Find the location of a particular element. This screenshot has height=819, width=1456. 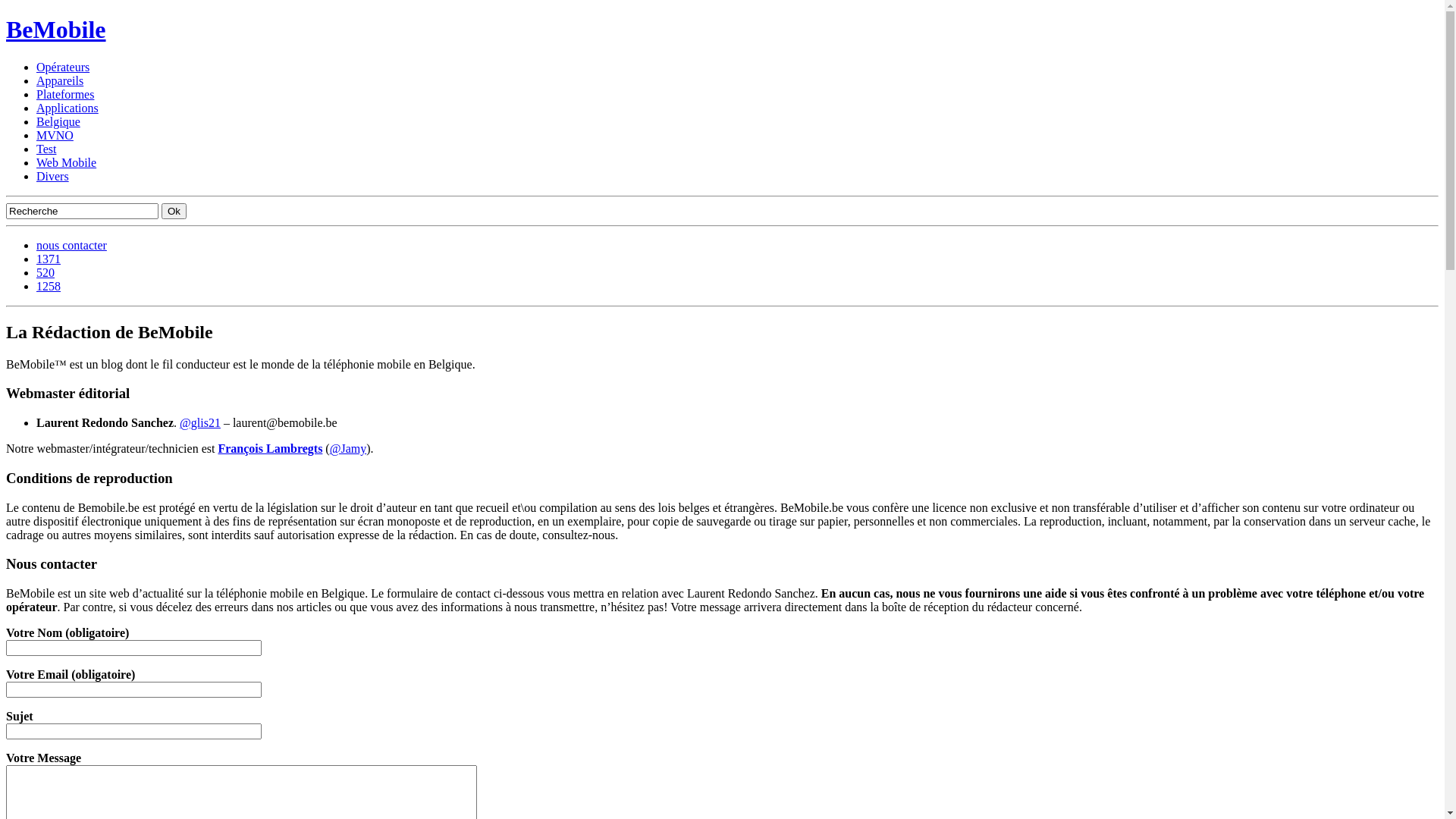

'Test' is located at coordinates (46, 149).